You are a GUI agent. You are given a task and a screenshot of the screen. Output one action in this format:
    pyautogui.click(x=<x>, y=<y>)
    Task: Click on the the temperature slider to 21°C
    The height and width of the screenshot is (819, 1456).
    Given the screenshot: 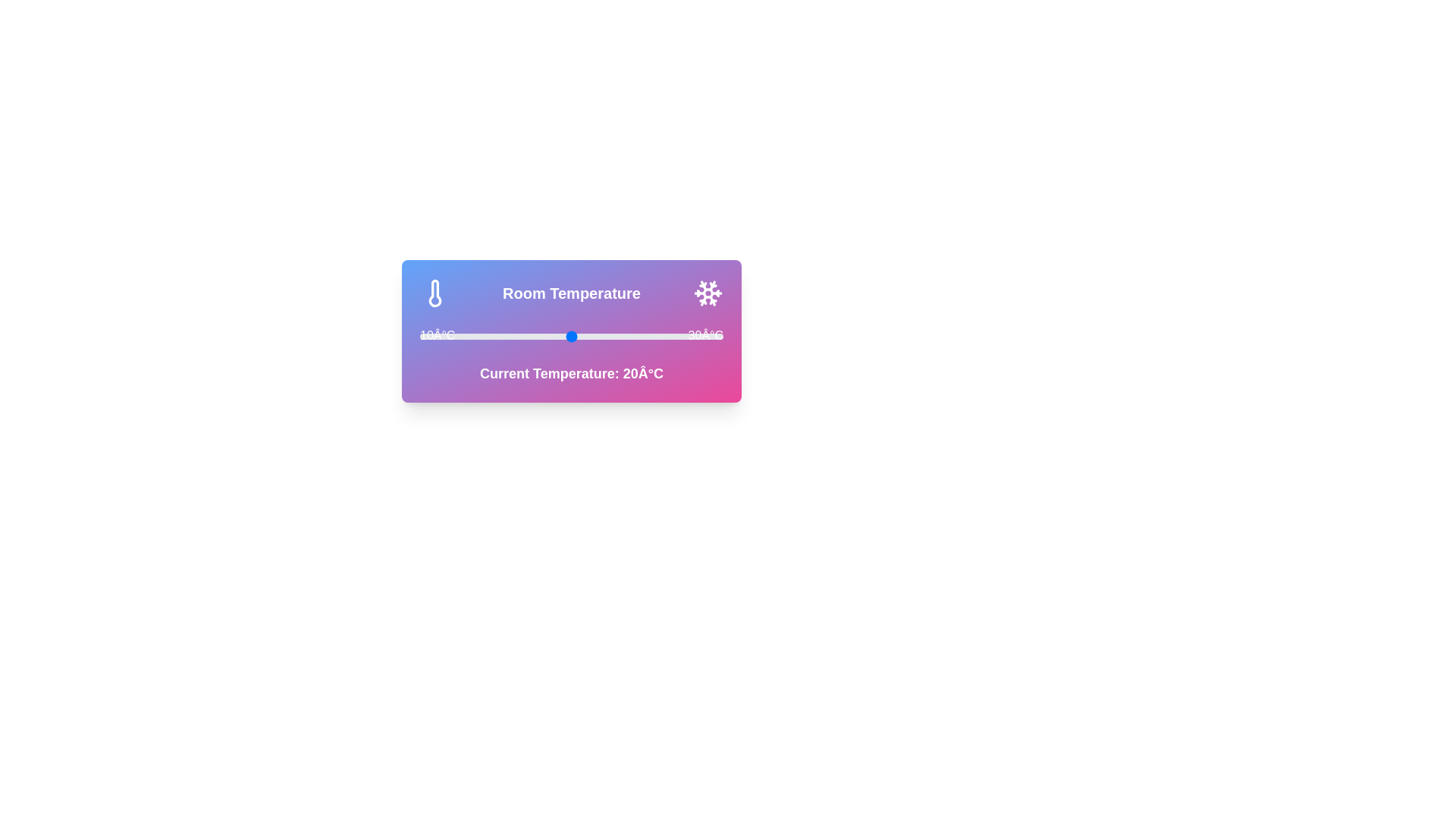 What is the action you would take?
    pyautogui.click(x=585, y=335)
    